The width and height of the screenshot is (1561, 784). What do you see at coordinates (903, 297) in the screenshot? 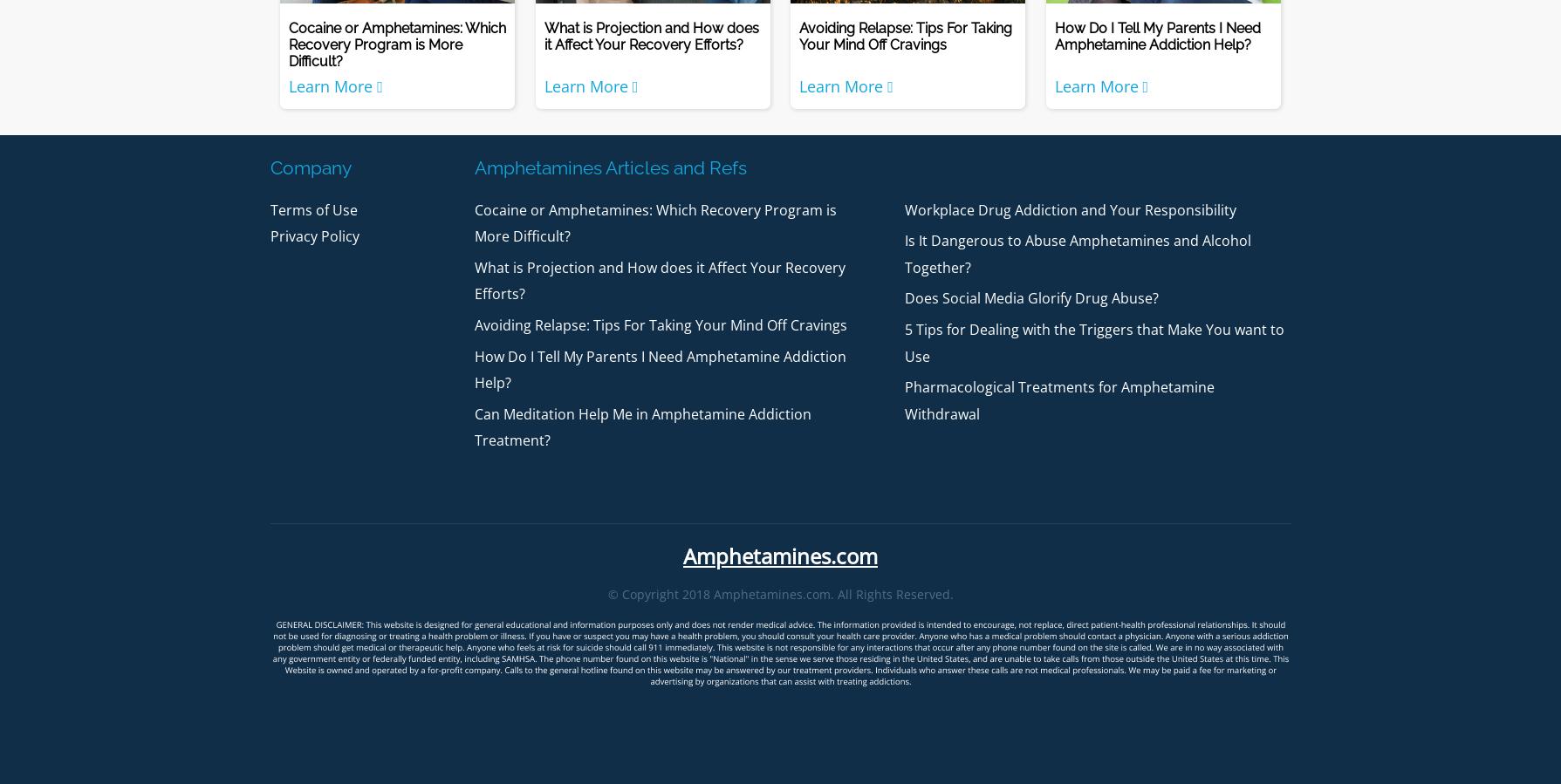
I see `'Does Social Media Glorify Drug Abuse?'` at bounding box center [903, 297].